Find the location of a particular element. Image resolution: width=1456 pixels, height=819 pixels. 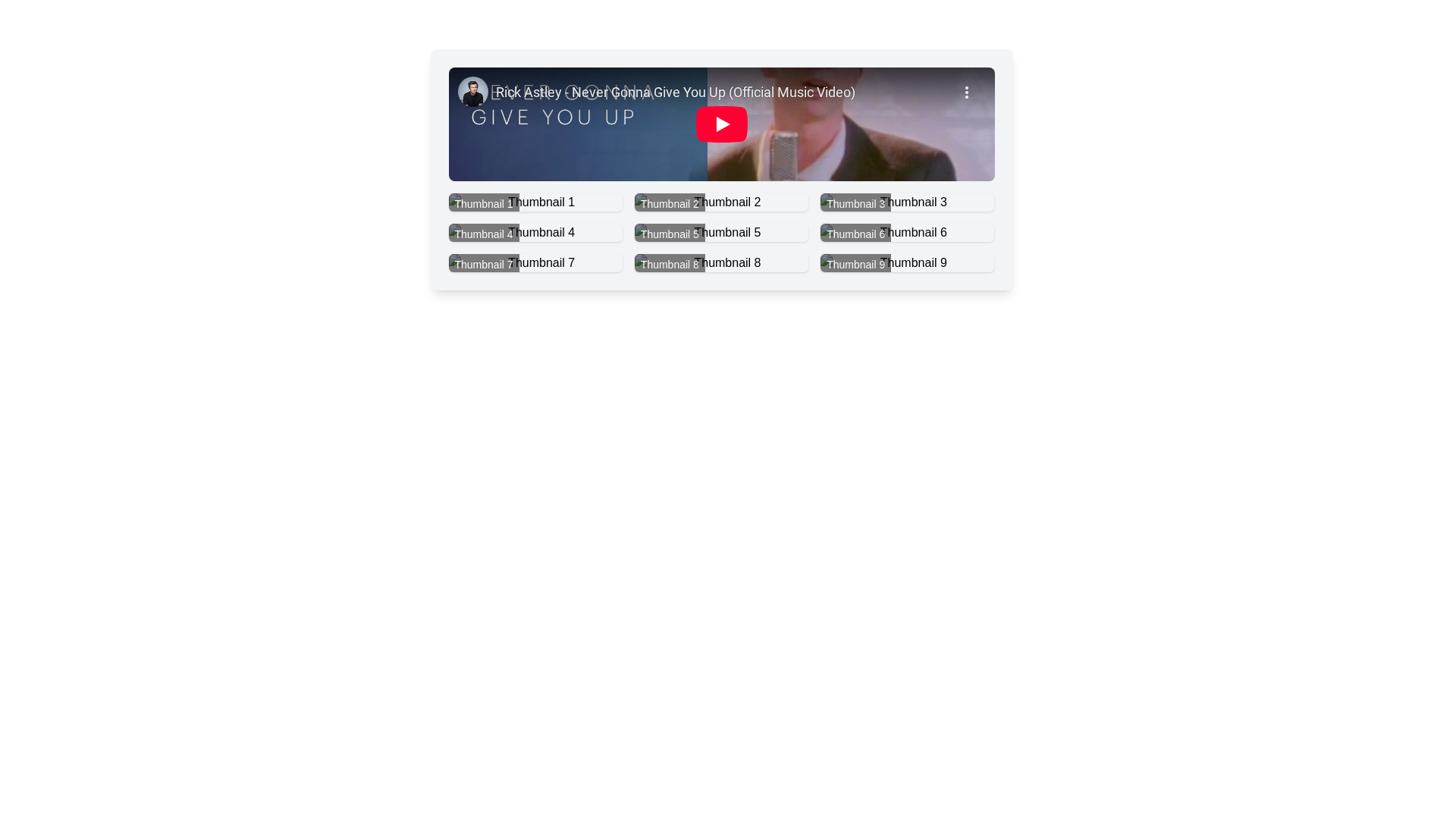

the second thumbnail in the first row of a grid layout, which visually represents related content is located at coordinates (720, 201).